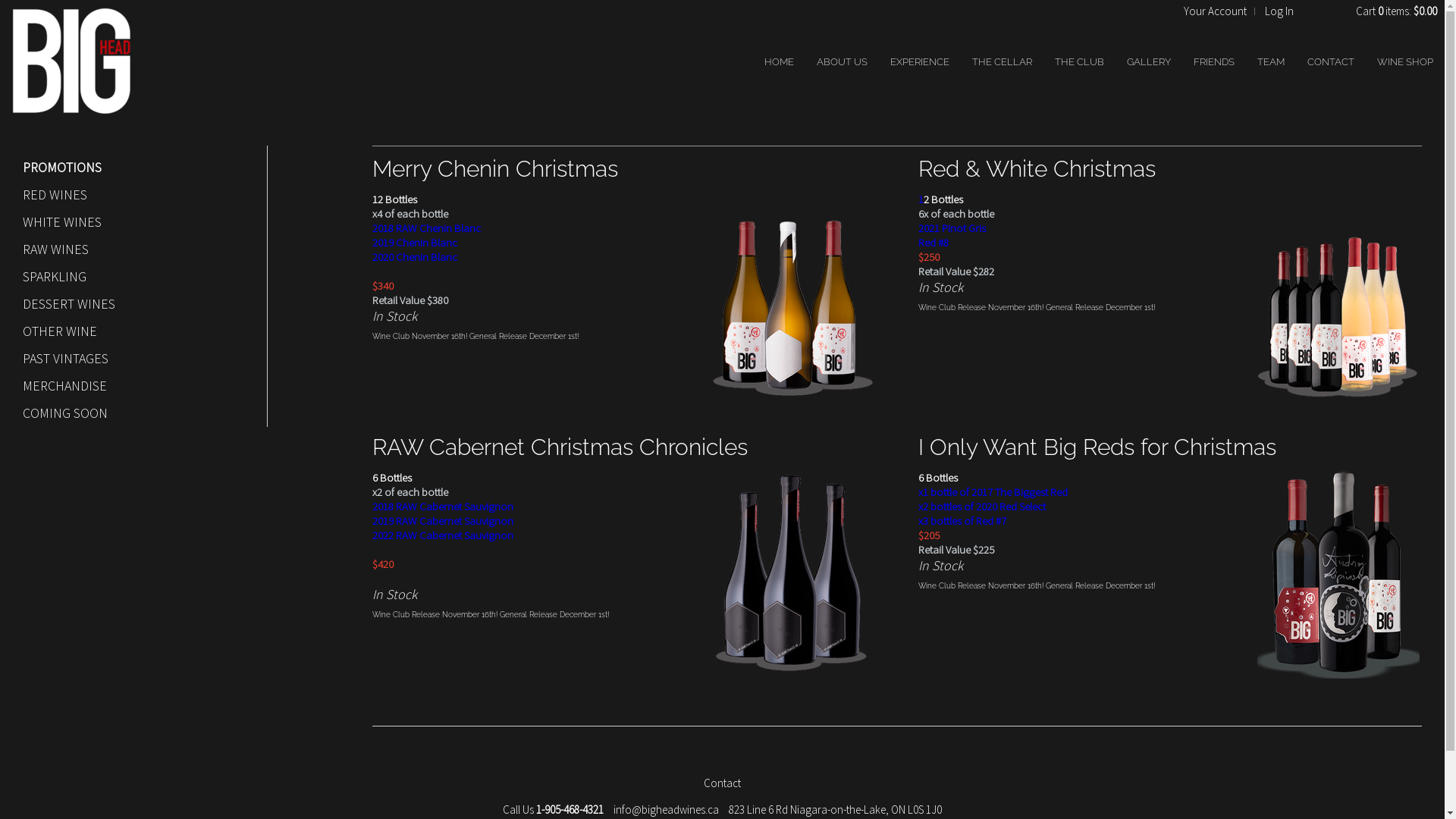 The width and height of the screenshot is (1456, 819). What do you see at coordinates (1002, 61) in the screenshot?
I see `'THE CELLAR'` at bounding box center [1002, 61].